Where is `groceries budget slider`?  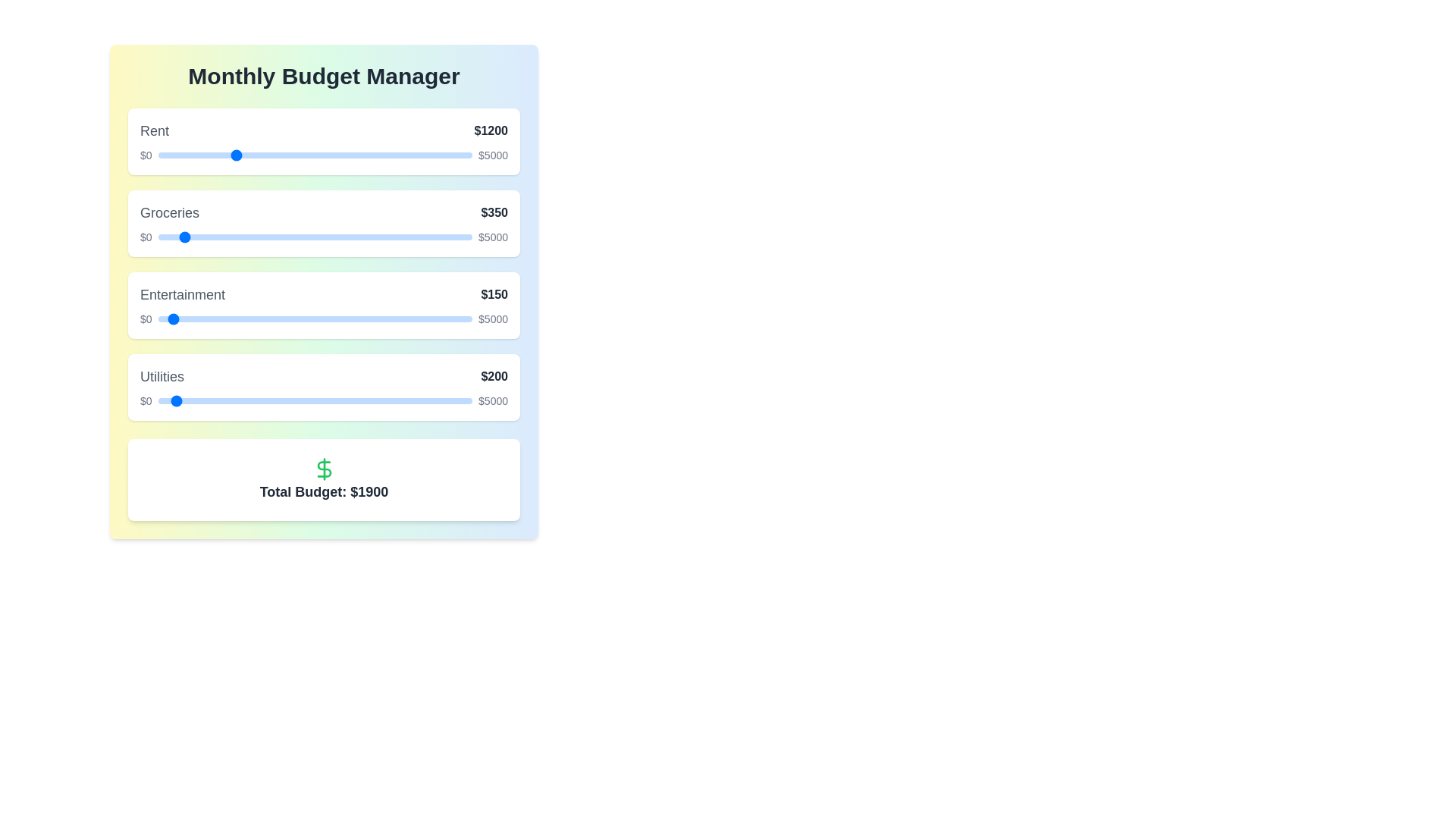
groceries budget slider is located at coordinates (348, 237).